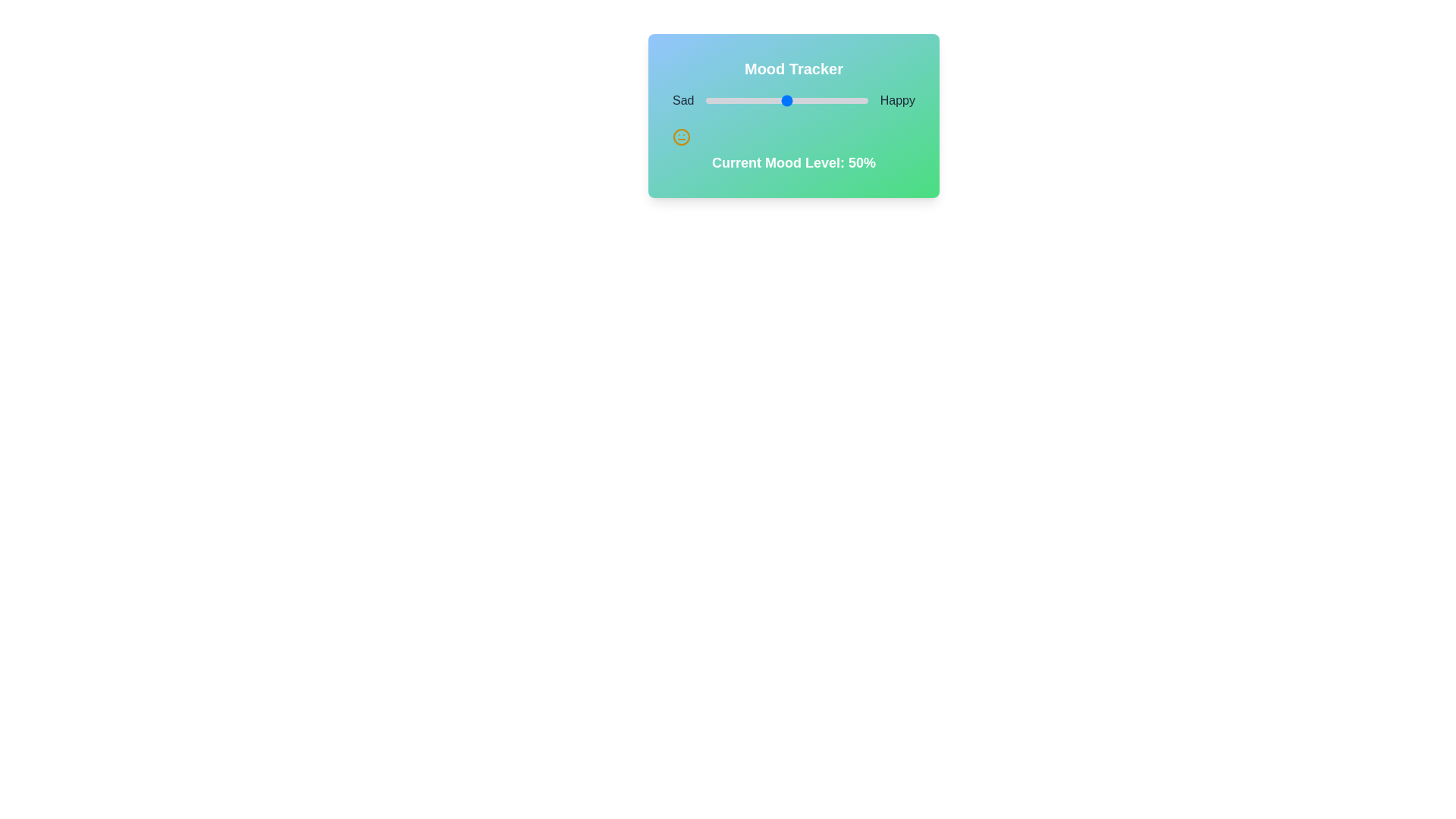 The width and height of the screenshot is (1456, 819). I want to click on the mood slider to set the mood value to 79, so click(833, 100).